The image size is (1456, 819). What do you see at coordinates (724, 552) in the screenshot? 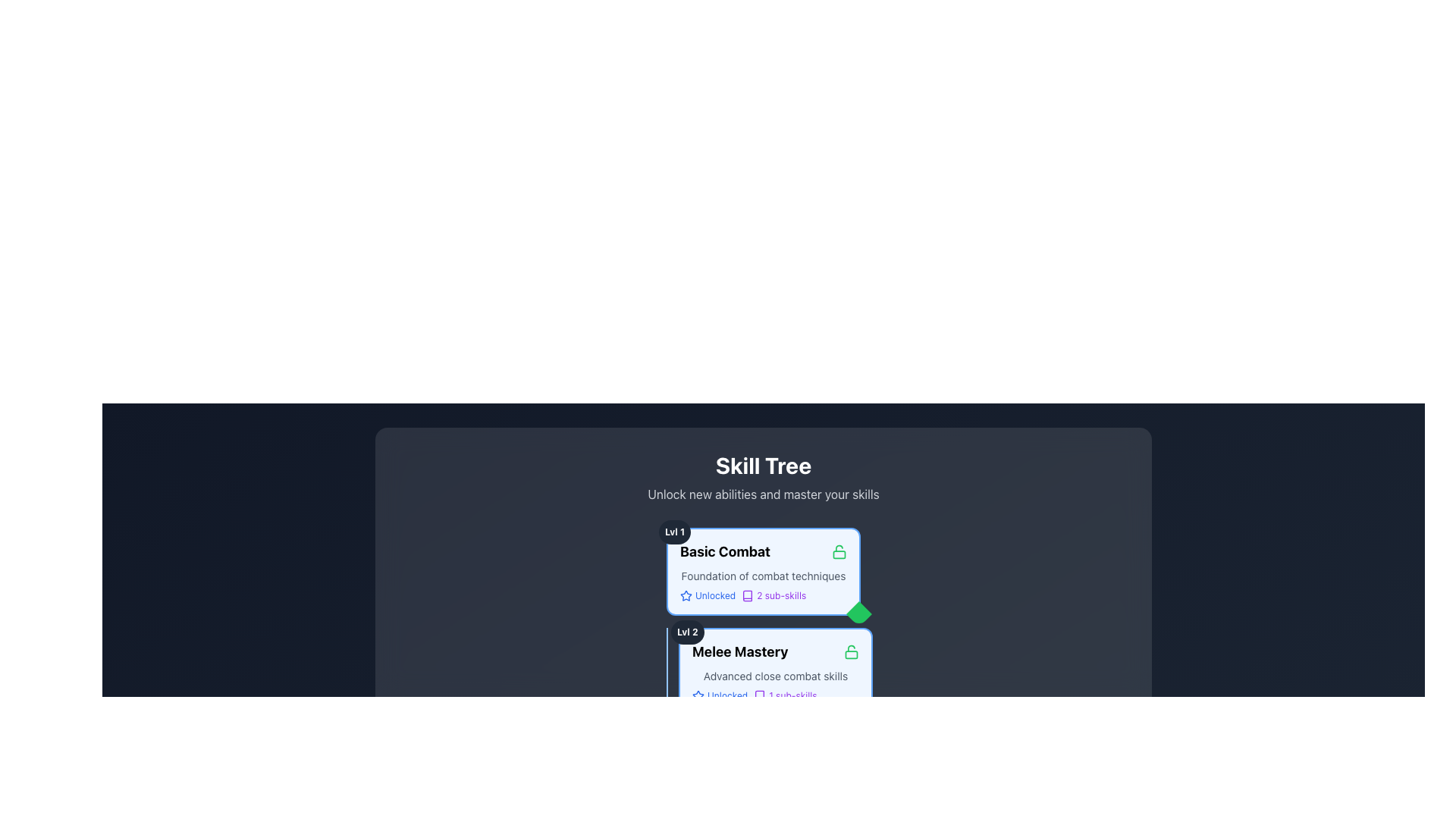
I see `the skill title text label in the Skill Tree interface` at bounding box center [724, 552].